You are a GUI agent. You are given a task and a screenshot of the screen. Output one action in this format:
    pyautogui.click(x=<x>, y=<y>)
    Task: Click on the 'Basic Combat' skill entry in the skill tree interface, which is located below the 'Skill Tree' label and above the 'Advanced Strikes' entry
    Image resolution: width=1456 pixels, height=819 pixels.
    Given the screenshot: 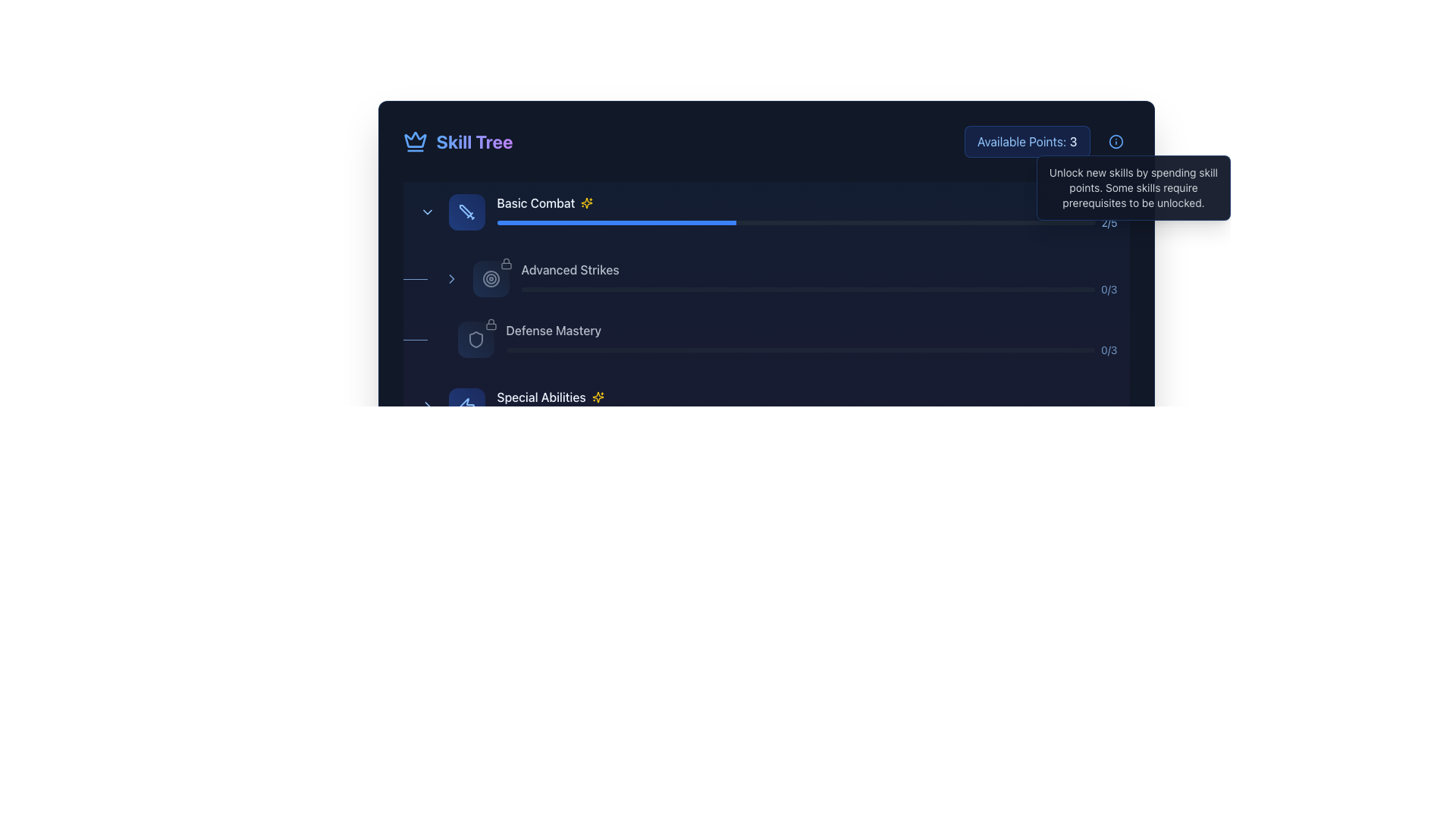 What is the action you would take?
    pyautogui.click(x=806, y=202)
    